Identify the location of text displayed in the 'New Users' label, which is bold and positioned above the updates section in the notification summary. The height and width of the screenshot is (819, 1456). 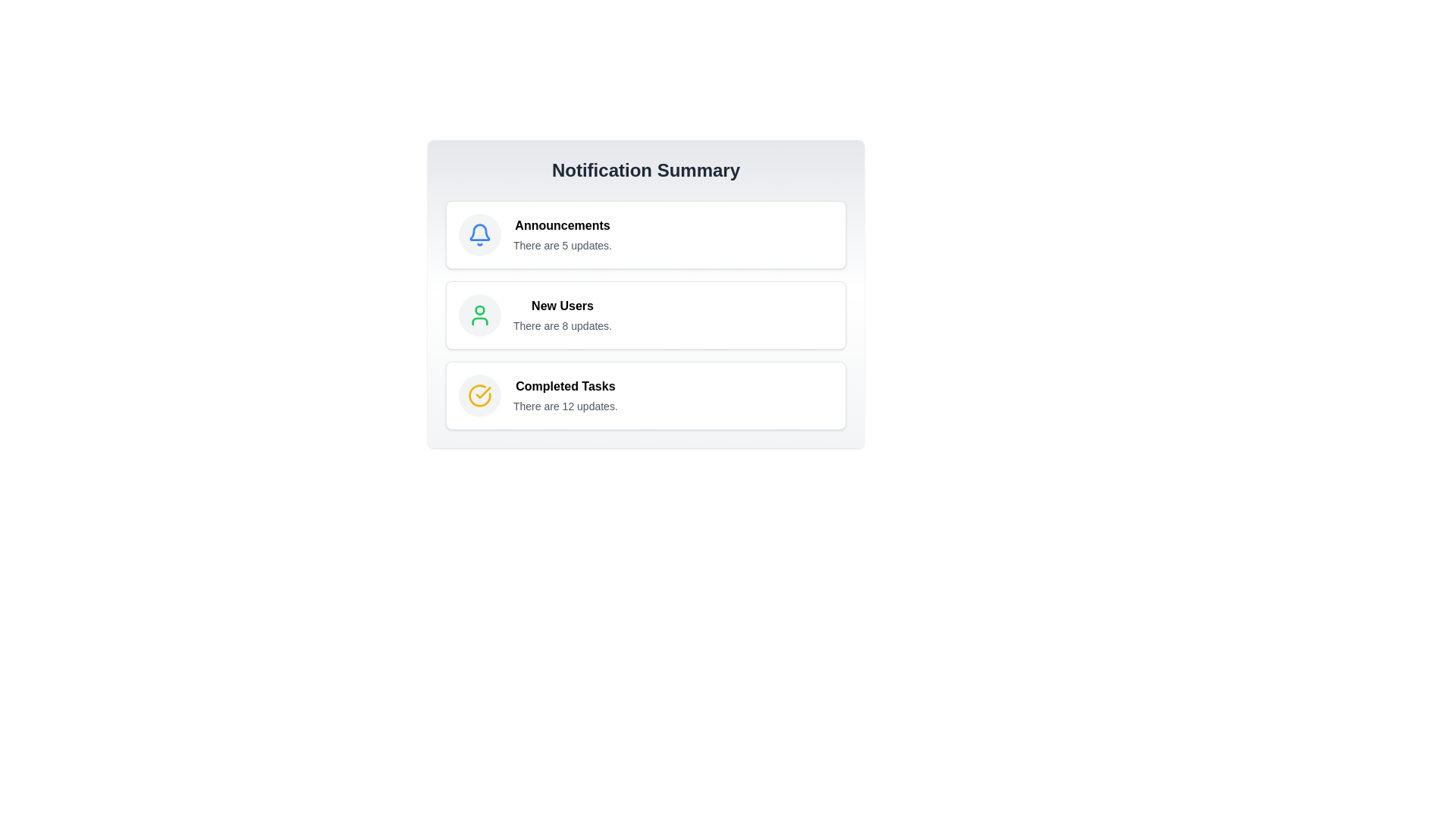
(562, 306).